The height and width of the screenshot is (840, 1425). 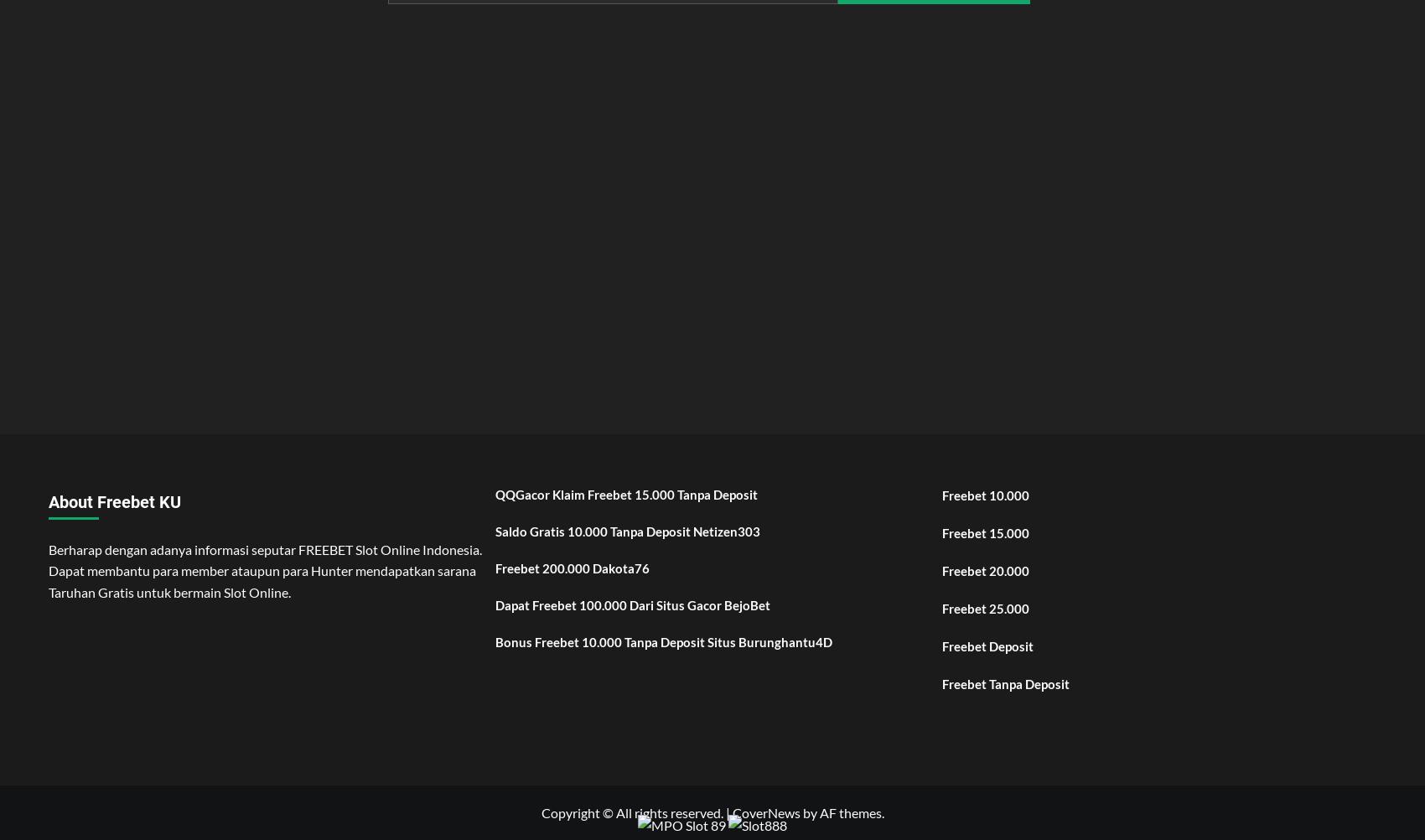 I want to click on 'CoverNews', so click(x=765, y=811).